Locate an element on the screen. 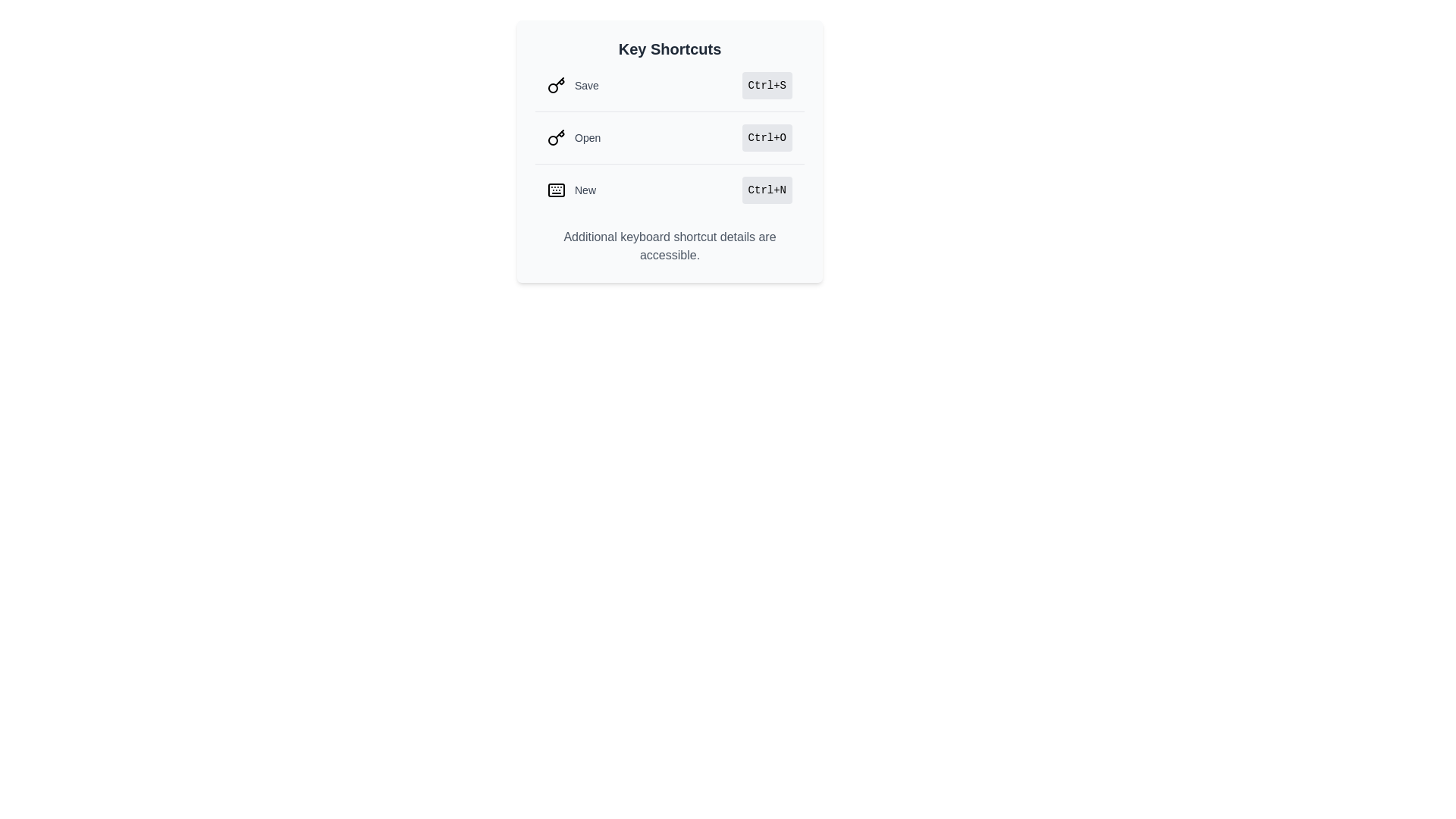  the small circular element that is part of the key icon, located adjacent to the 'Open' text in the second list item of the 'Key Shortcuts' section is located at coordinates (552, 140).